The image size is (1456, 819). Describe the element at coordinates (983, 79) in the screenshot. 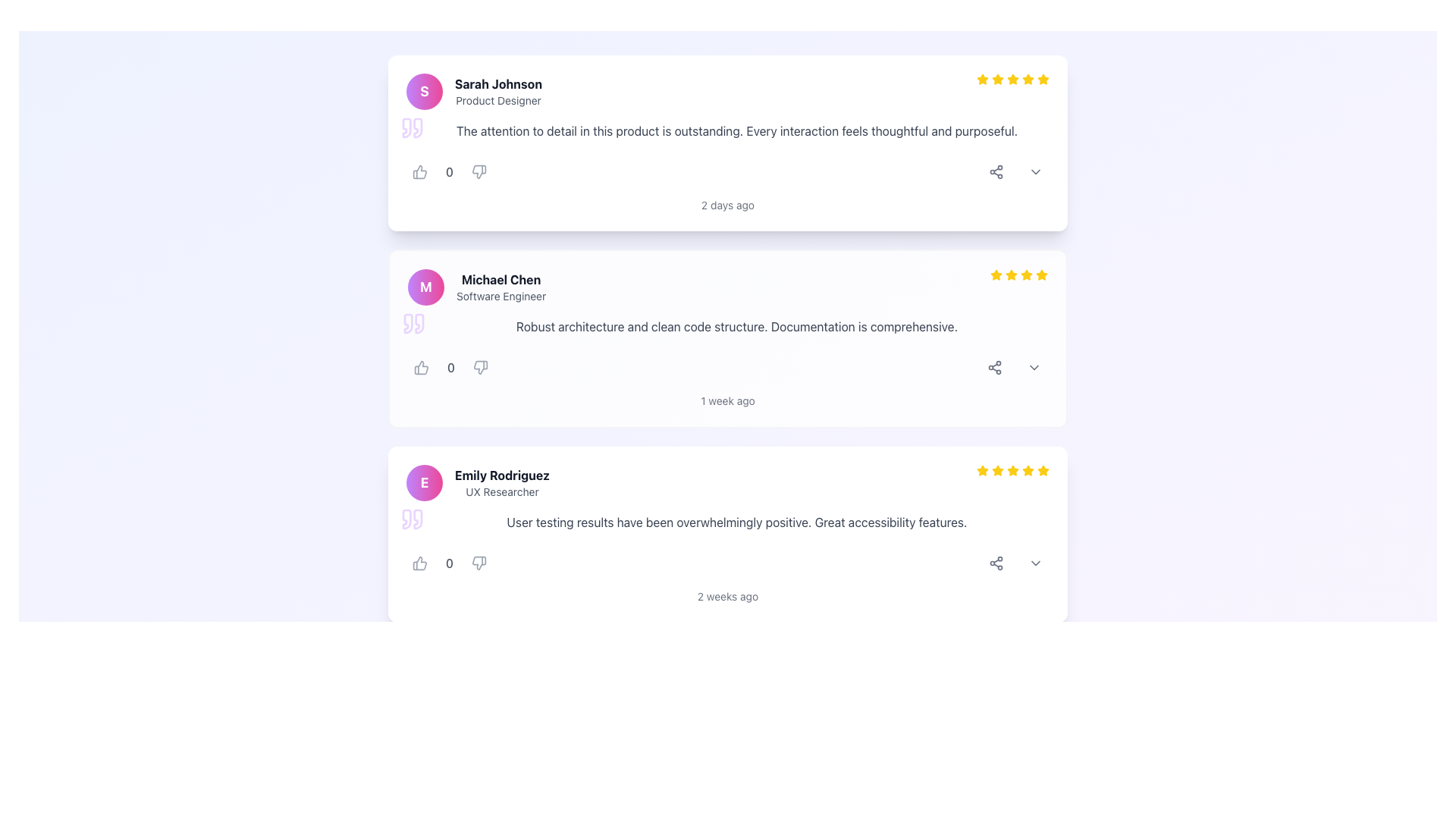

I see `the first rating star icon located at the top right corner of the first review card` at that location.